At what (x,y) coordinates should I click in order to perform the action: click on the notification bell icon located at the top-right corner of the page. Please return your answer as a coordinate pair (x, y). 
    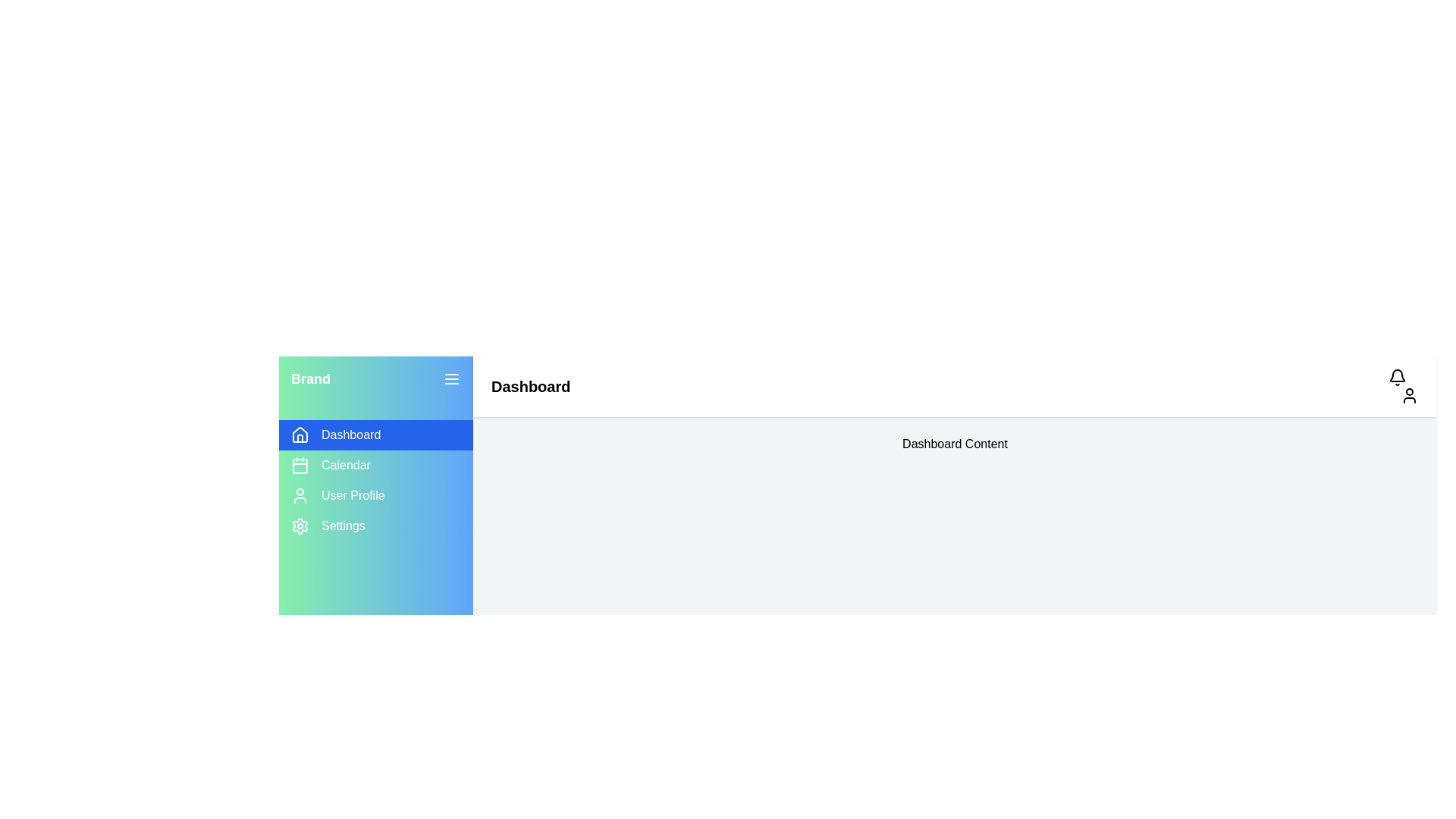
    Looking at the image, I should click on (1397, 375).